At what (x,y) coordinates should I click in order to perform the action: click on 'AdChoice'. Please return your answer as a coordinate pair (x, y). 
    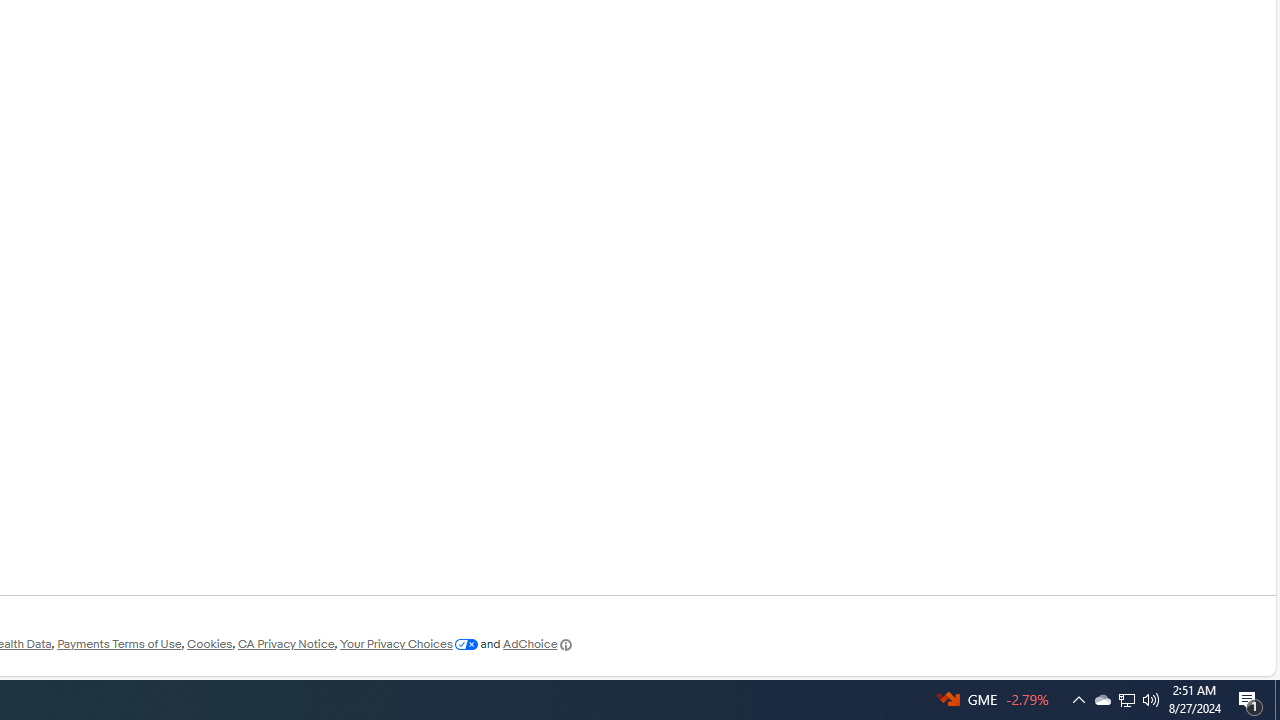
    Looking at the image, I should click on (538, 644).